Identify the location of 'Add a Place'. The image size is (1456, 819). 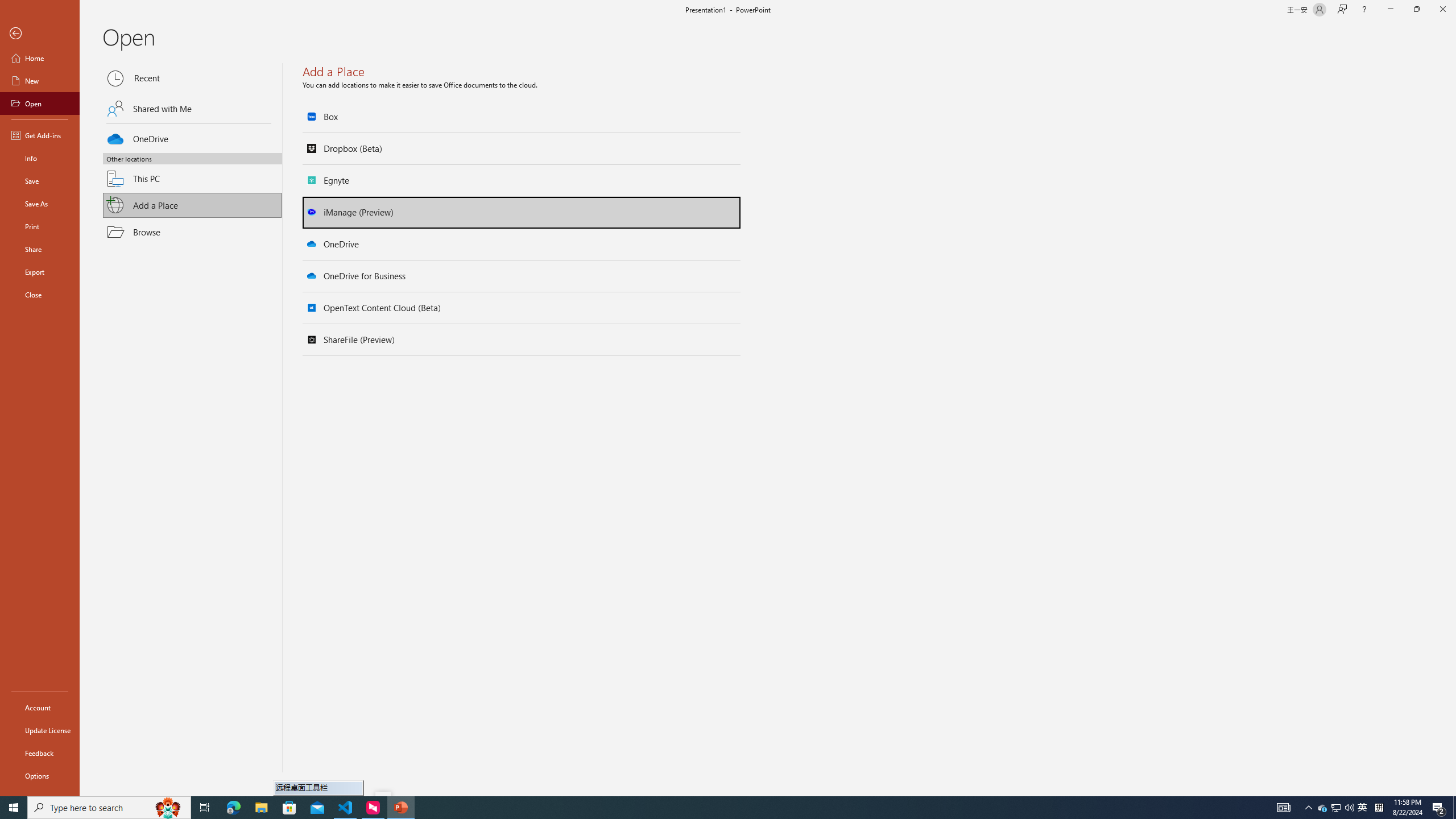
(192, 205).